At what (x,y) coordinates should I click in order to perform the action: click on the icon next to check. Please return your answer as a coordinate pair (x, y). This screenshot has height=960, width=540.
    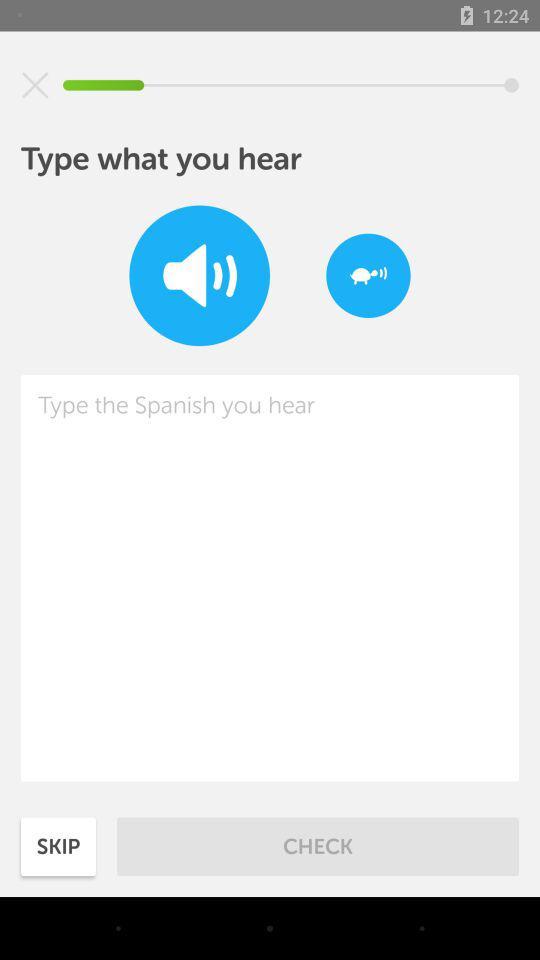
    Looking at the image, I should click on (58, 845).